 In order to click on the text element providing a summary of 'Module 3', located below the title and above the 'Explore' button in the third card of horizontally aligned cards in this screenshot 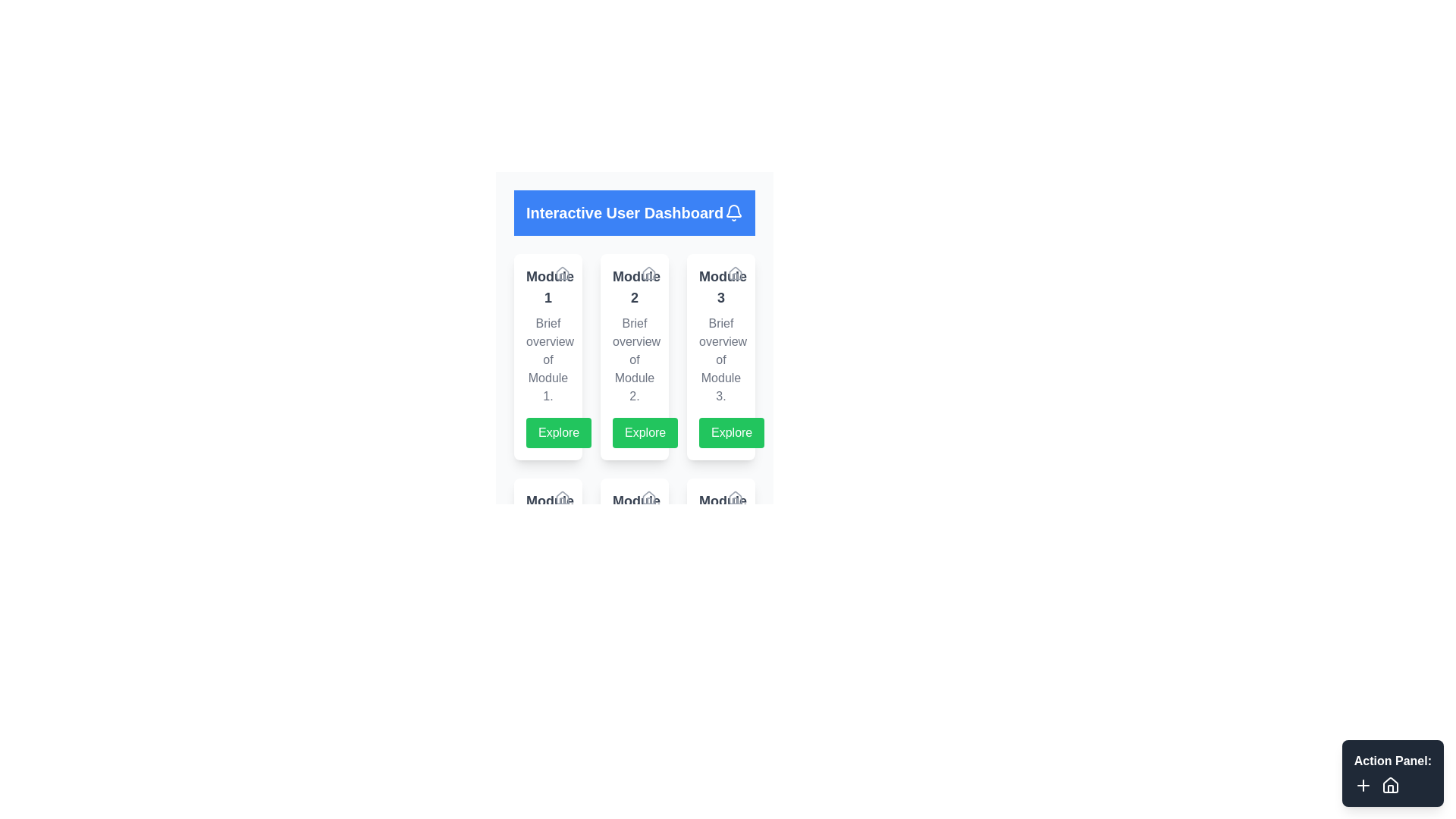, I will do `click(720, 359)`.